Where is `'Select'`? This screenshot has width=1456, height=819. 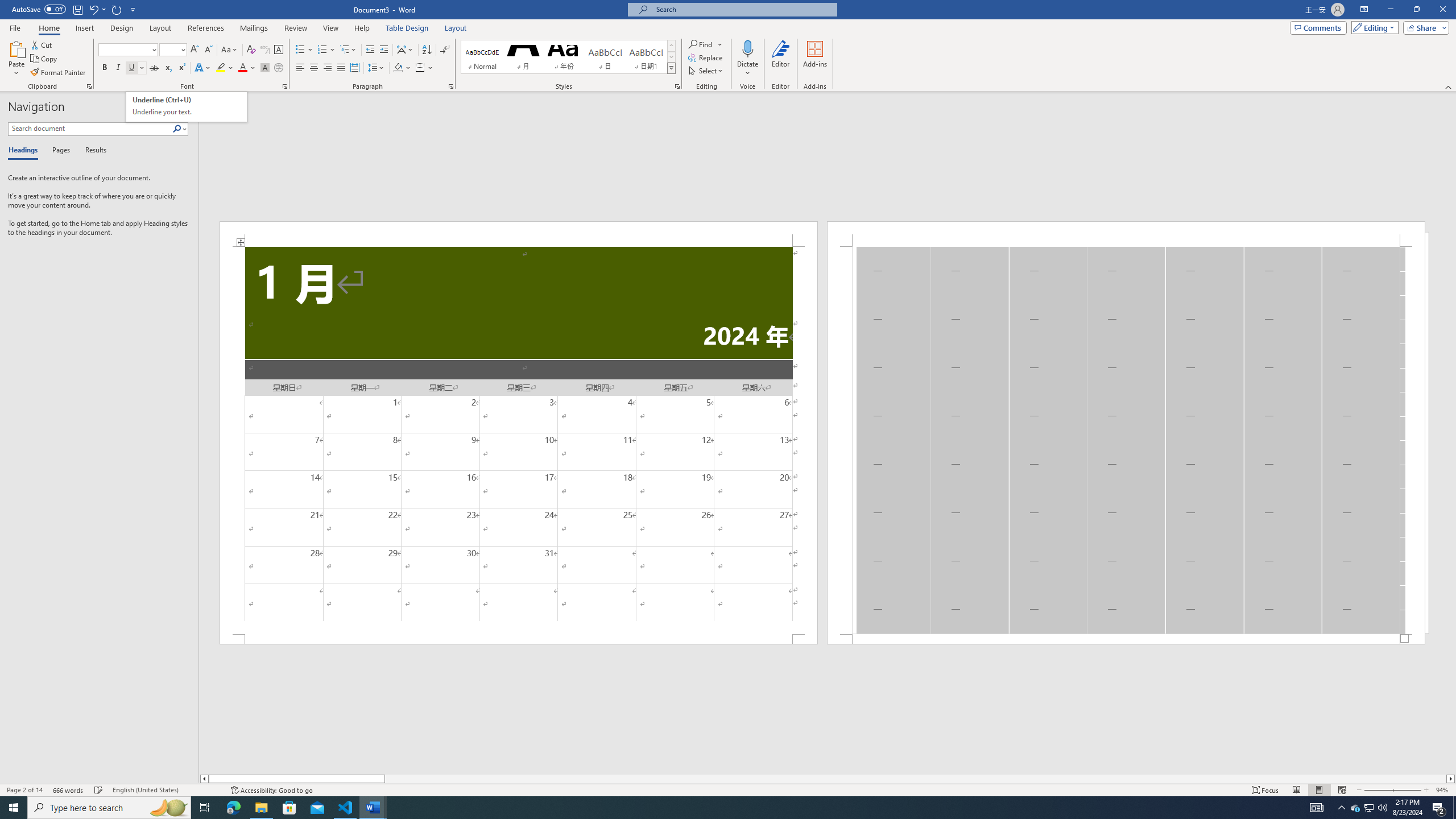
'Select' is located at coordinates (705, 69).